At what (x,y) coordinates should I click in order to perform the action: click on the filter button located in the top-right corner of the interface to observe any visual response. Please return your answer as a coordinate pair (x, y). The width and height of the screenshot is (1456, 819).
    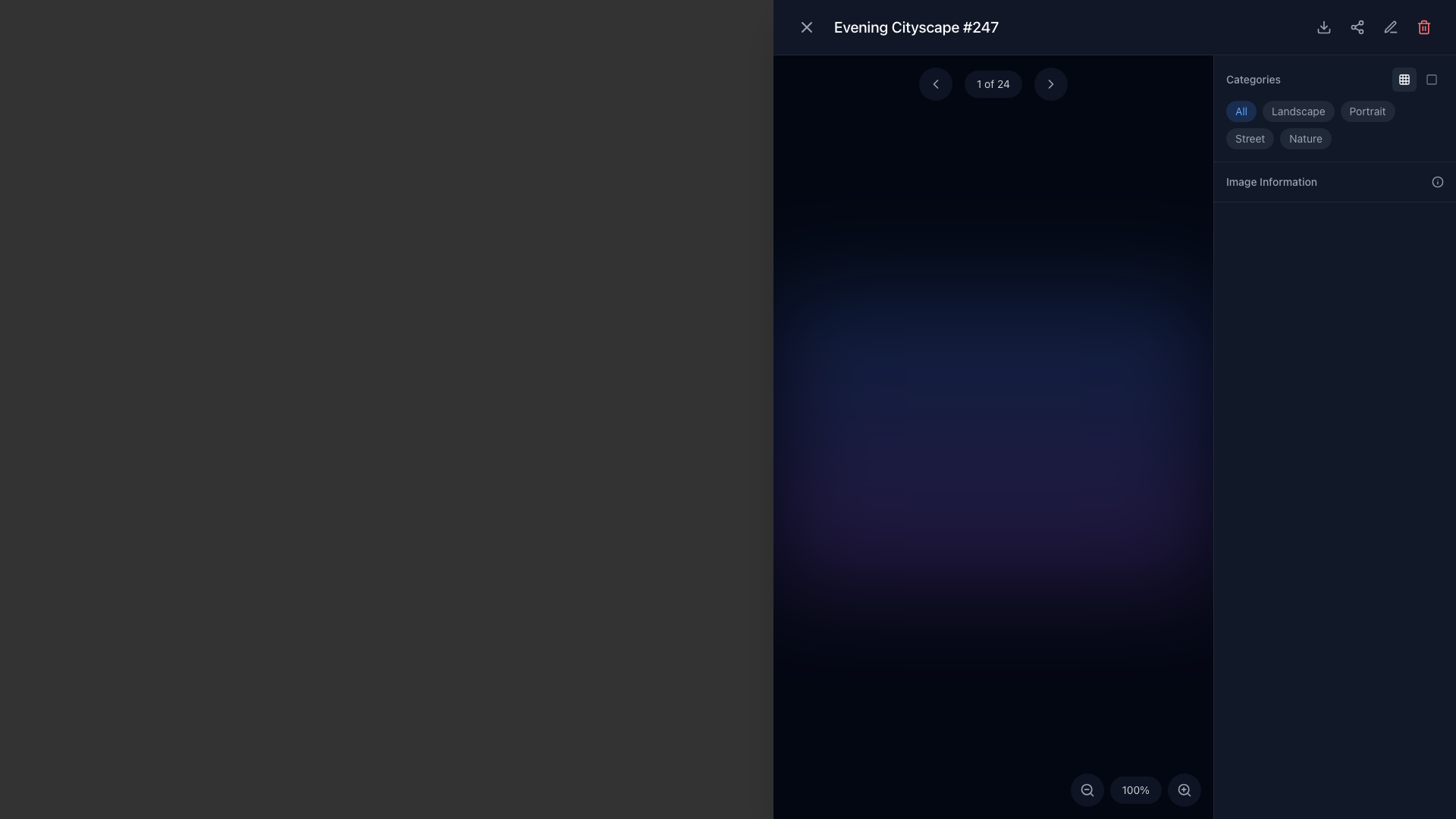
    Looking at the image, I should click on (1241, 110).